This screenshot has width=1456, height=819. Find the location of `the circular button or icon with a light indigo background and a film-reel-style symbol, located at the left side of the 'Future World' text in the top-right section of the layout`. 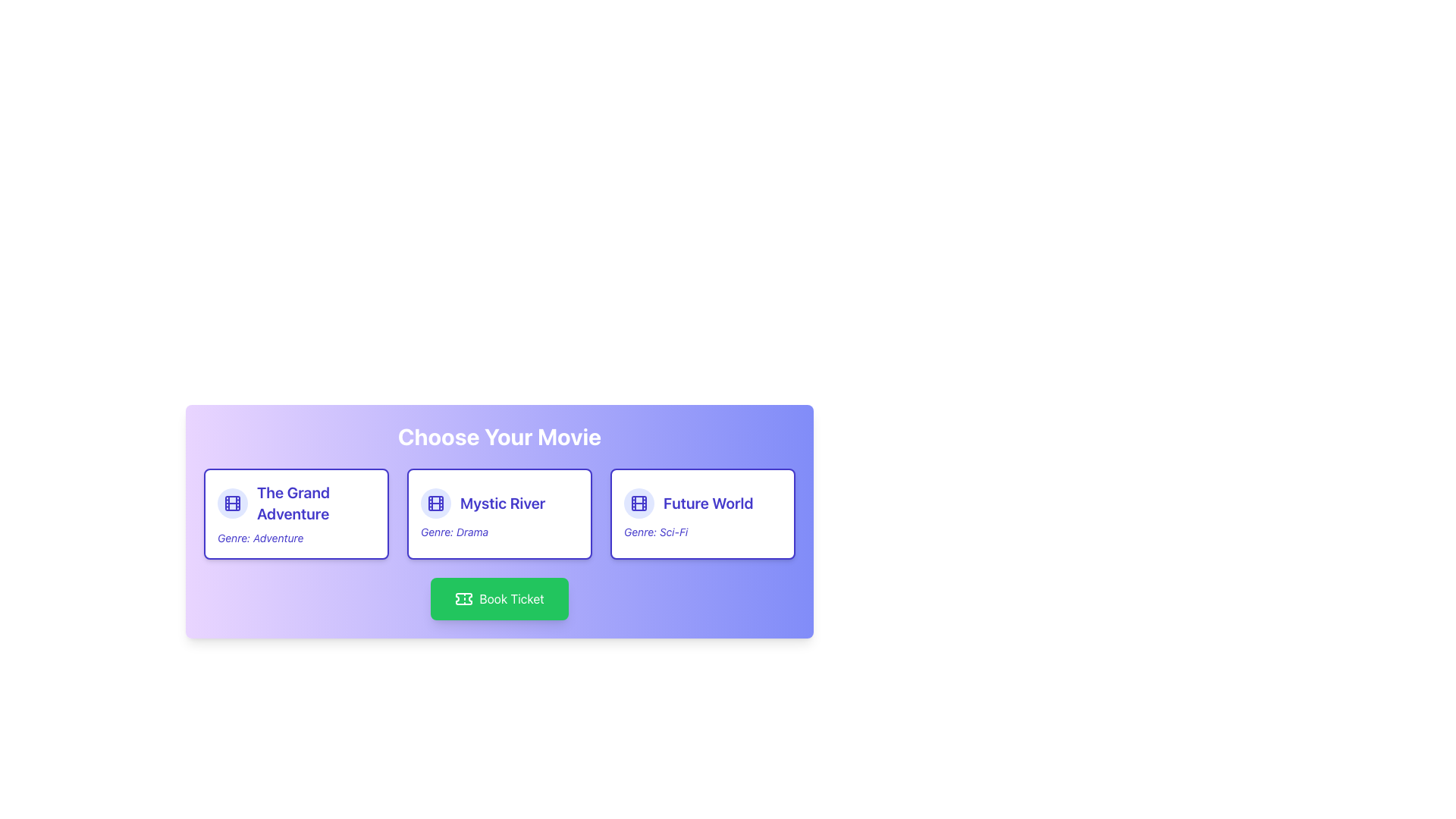

the circular button or icon with a light indigo background and a film-reel-style symbol, located at the left side of the 'Future World' text in the top-right section of the layout is located at coordinates (639, 503).